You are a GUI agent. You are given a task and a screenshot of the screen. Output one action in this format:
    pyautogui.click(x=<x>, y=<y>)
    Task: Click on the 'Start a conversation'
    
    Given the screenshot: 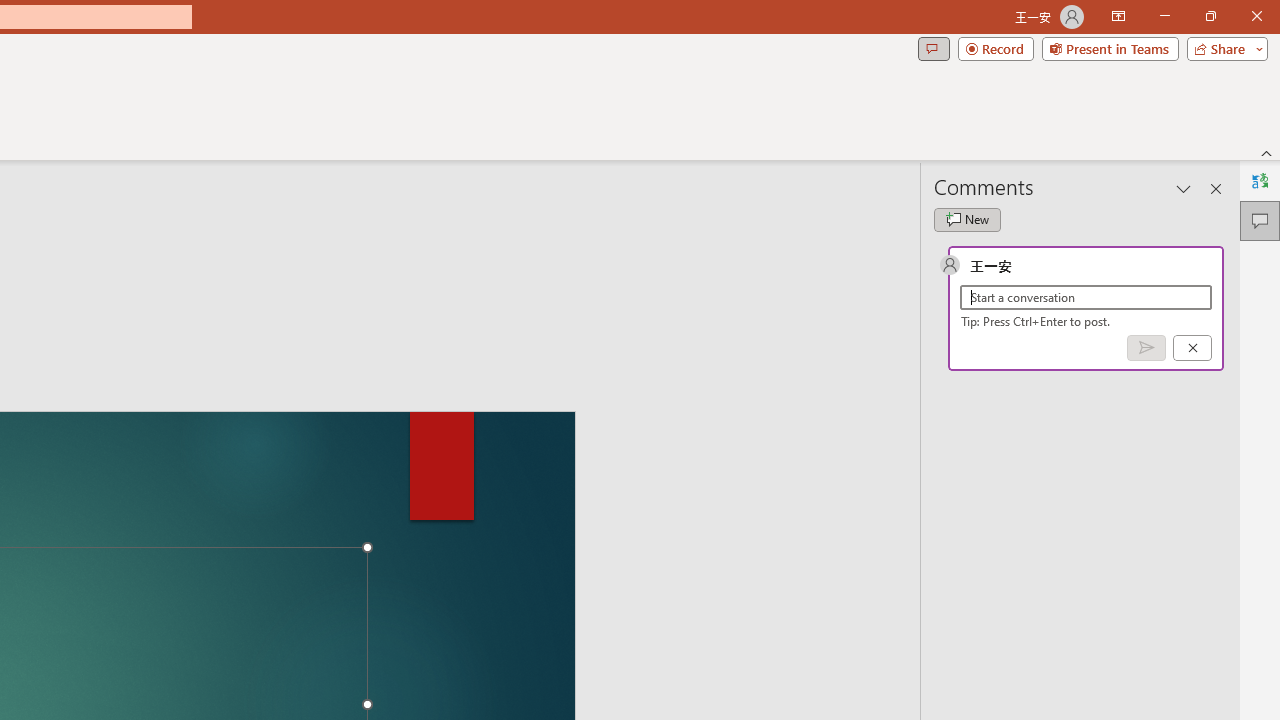 What is the action you would take?
    pyautogui.click(x=1085, y=297)
    